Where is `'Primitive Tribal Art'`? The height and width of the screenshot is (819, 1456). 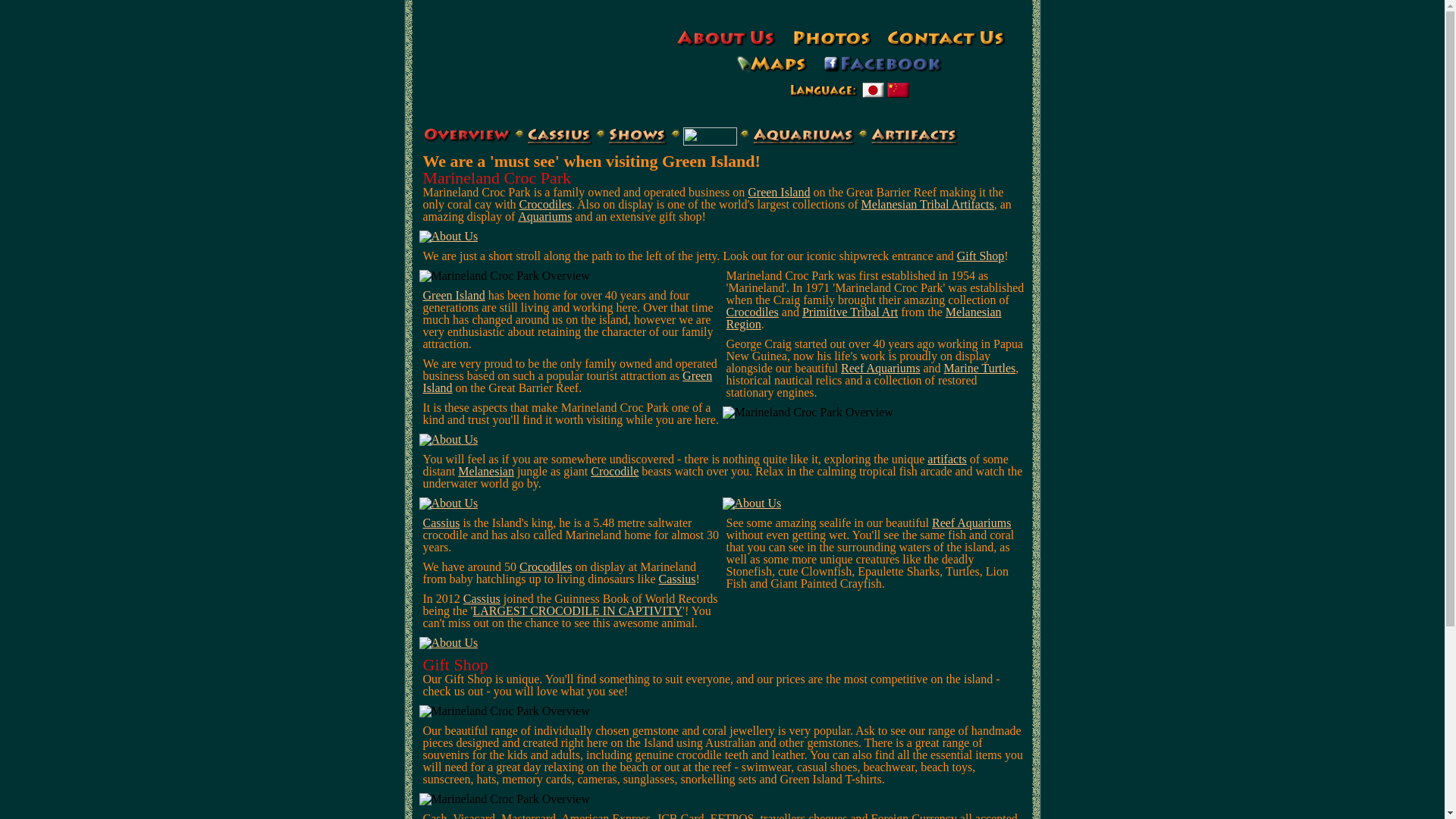
'Primitive Tribal Art' is located at coordinates (850, 311).